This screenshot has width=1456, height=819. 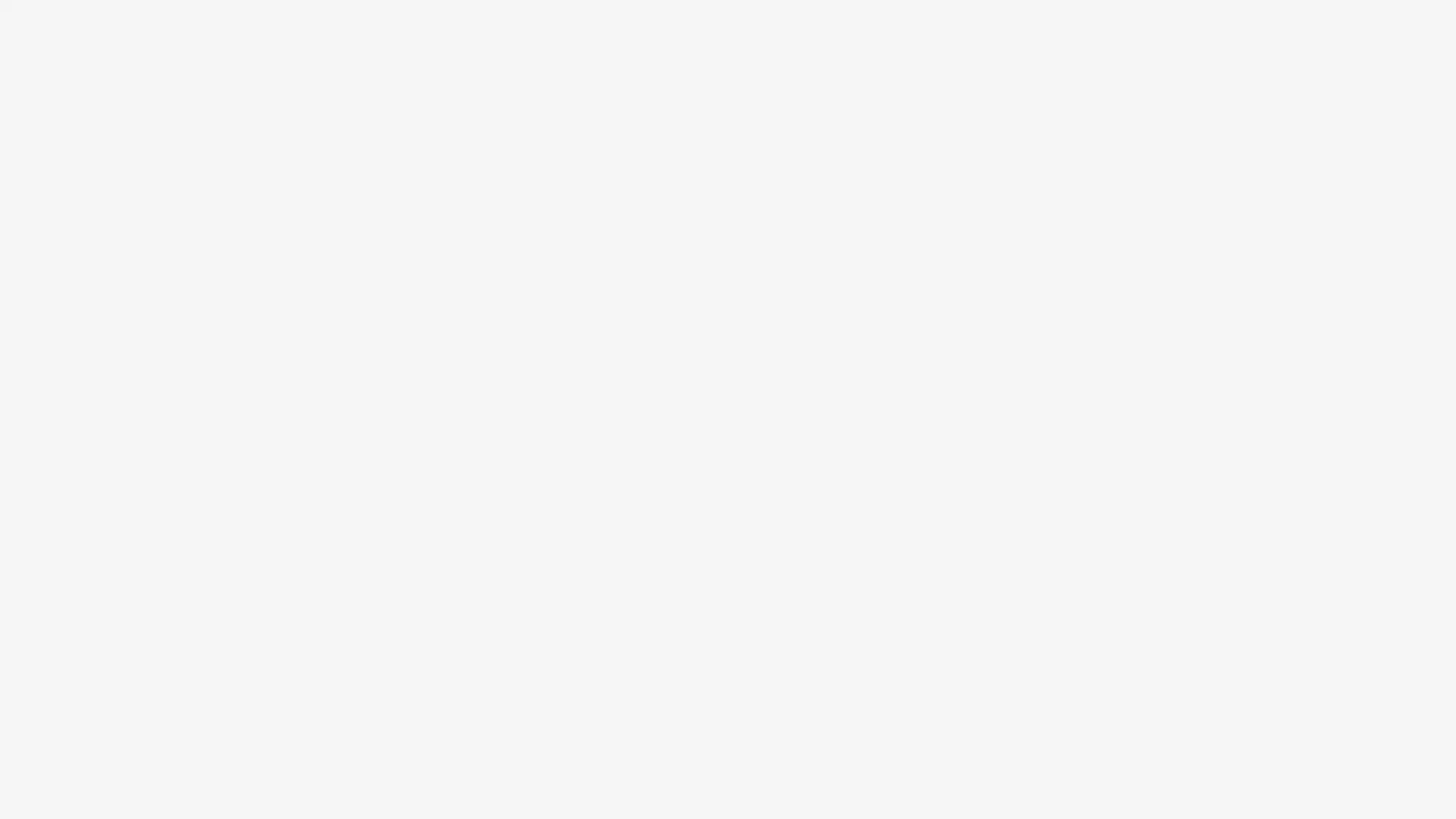 I want to click on Cookies Settings, so click(x=154, y=760).